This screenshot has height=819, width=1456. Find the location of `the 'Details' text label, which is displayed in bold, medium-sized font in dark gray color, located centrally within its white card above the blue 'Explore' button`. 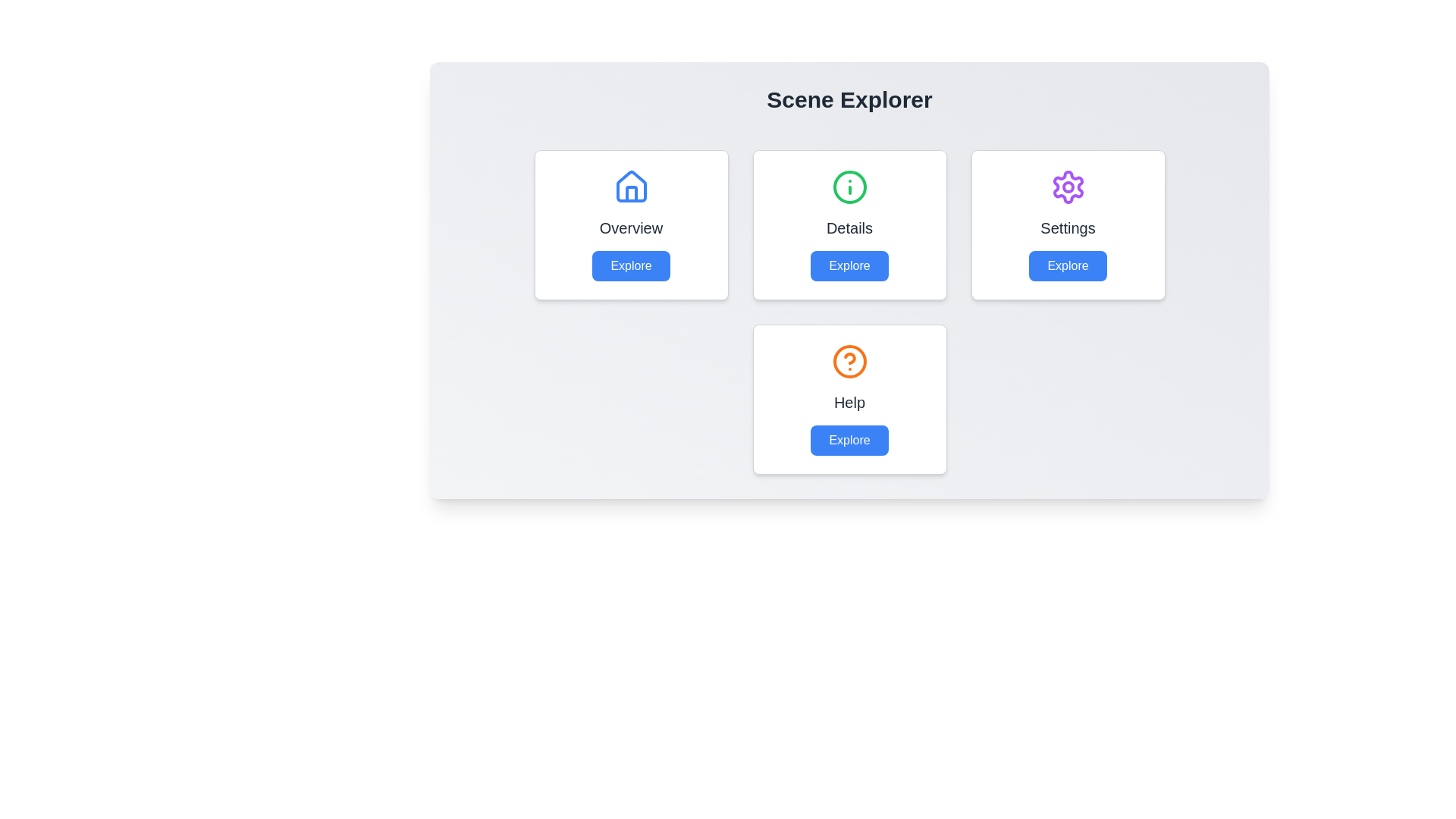

the 'Details' text label, which is displayed in bold, medium-sized font in dark gray color, located centrally within its white card above the blue 'Explore' button is located at coordinates (849, 227).